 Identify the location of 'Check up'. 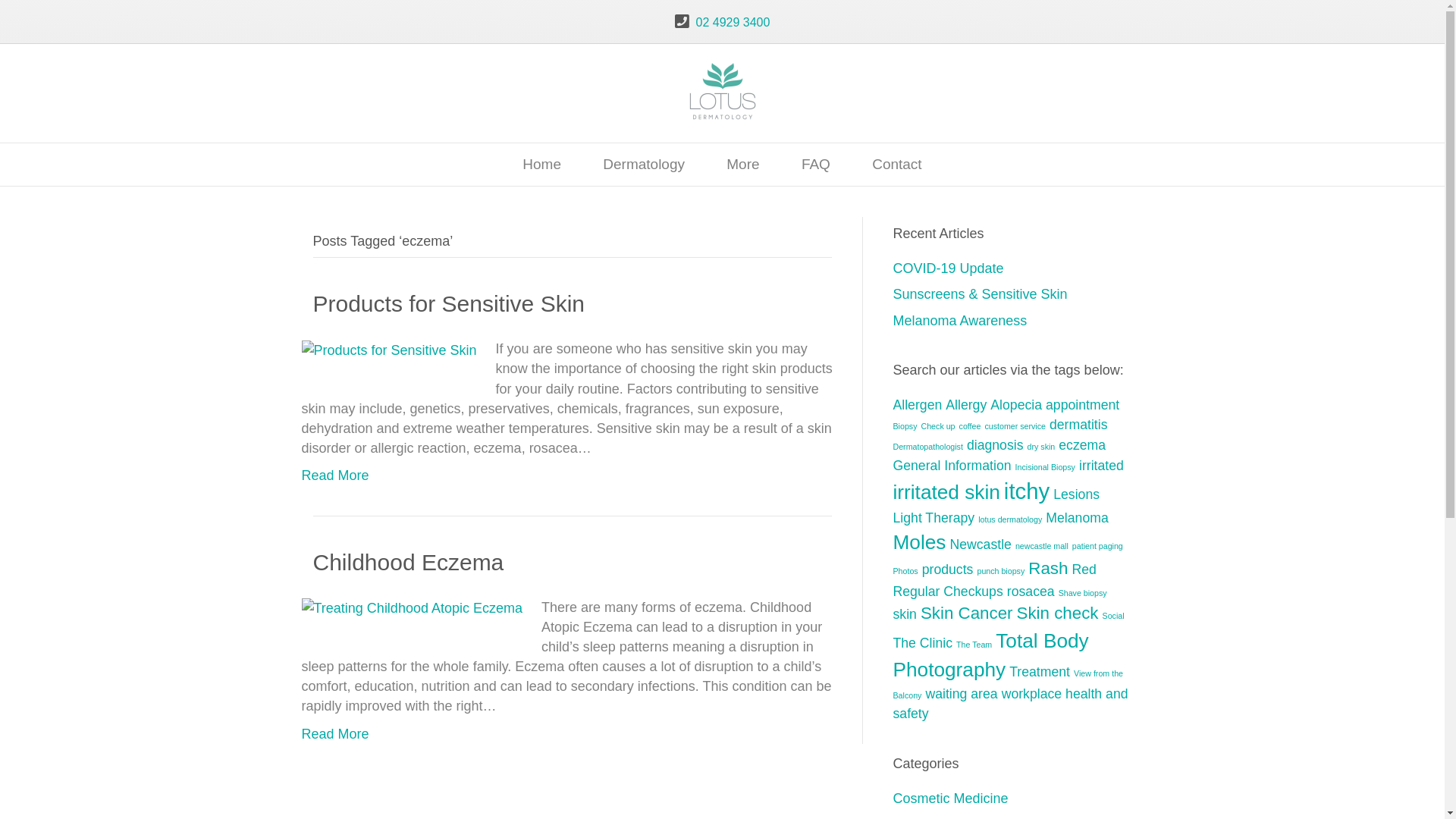
(937, 426).